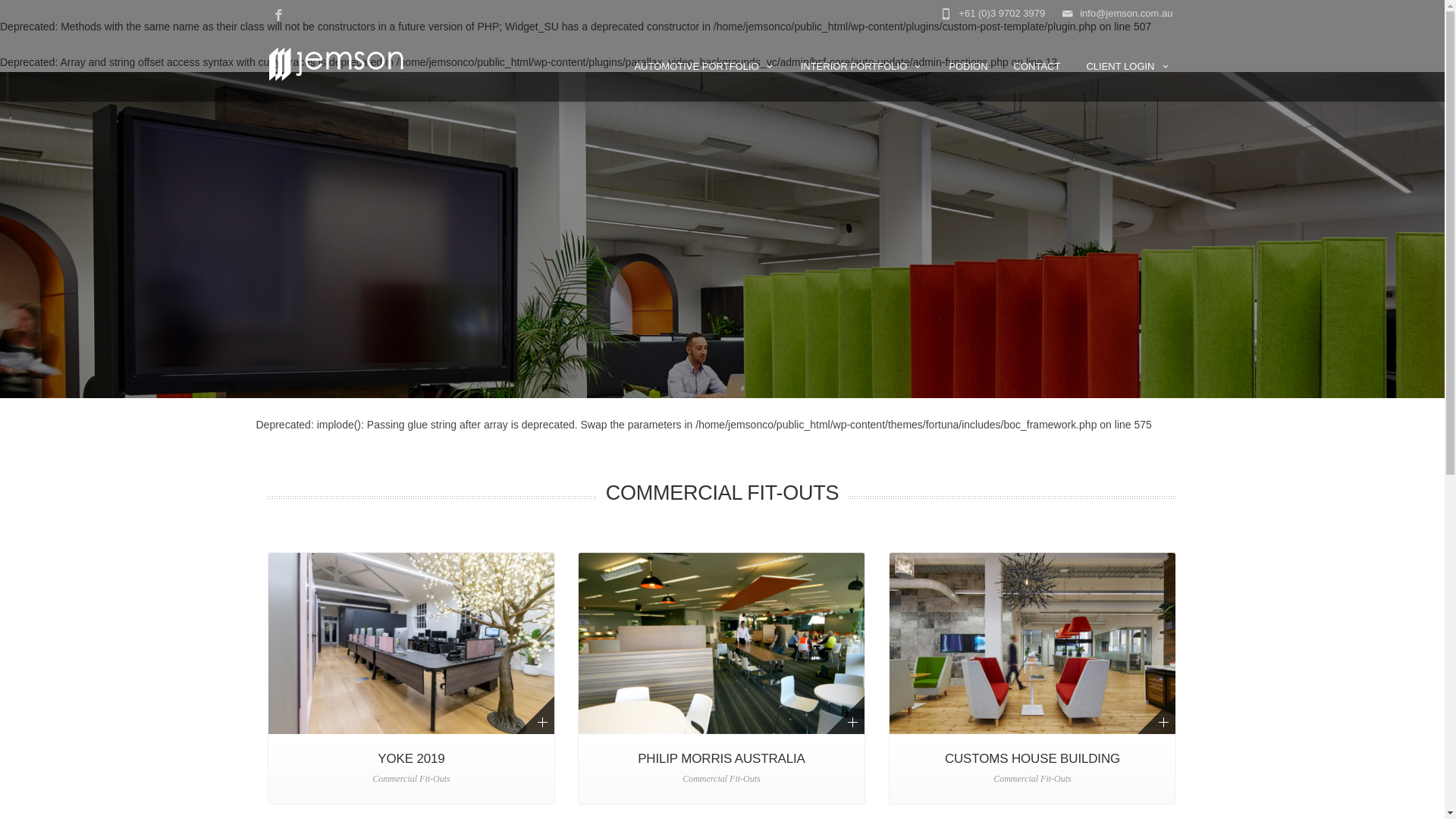  I want to click on 'info@jemson.com.au', so click(916, 675).